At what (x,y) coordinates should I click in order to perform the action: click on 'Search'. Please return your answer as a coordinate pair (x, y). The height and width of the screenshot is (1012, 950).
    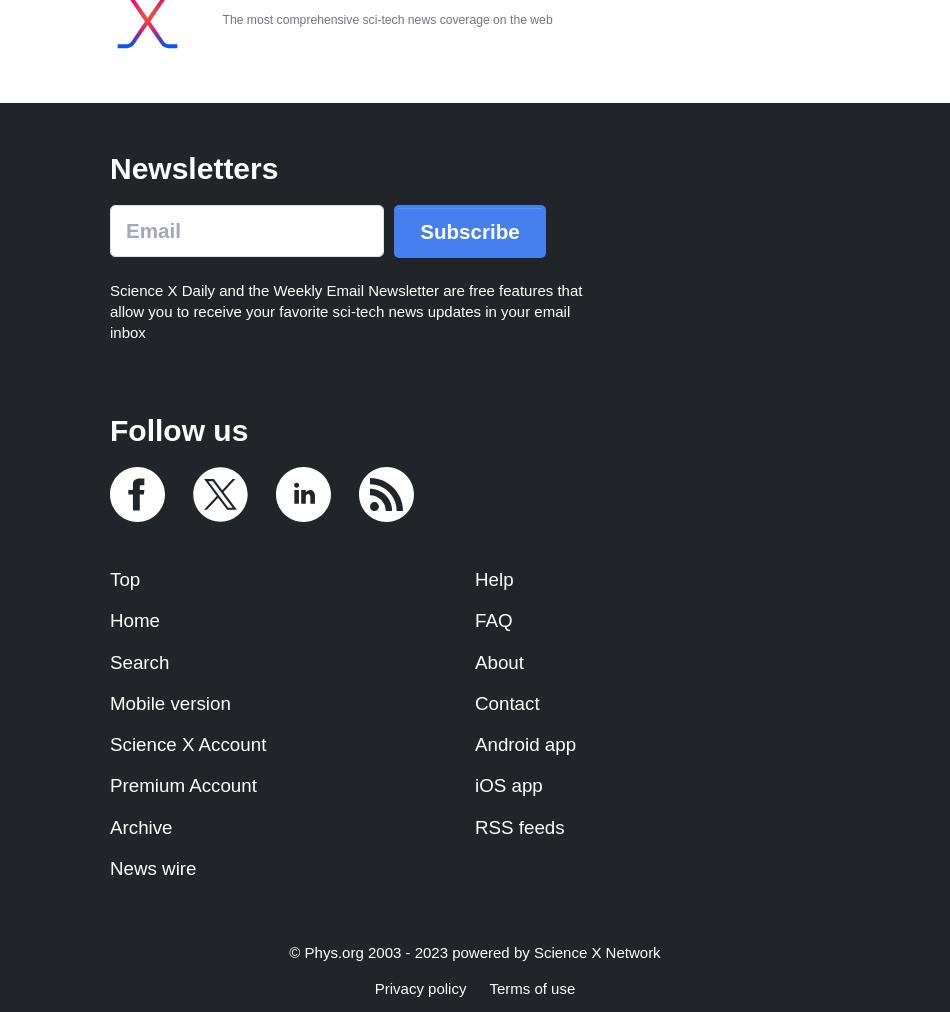
    Looking at the image, I should click on (139, 661).